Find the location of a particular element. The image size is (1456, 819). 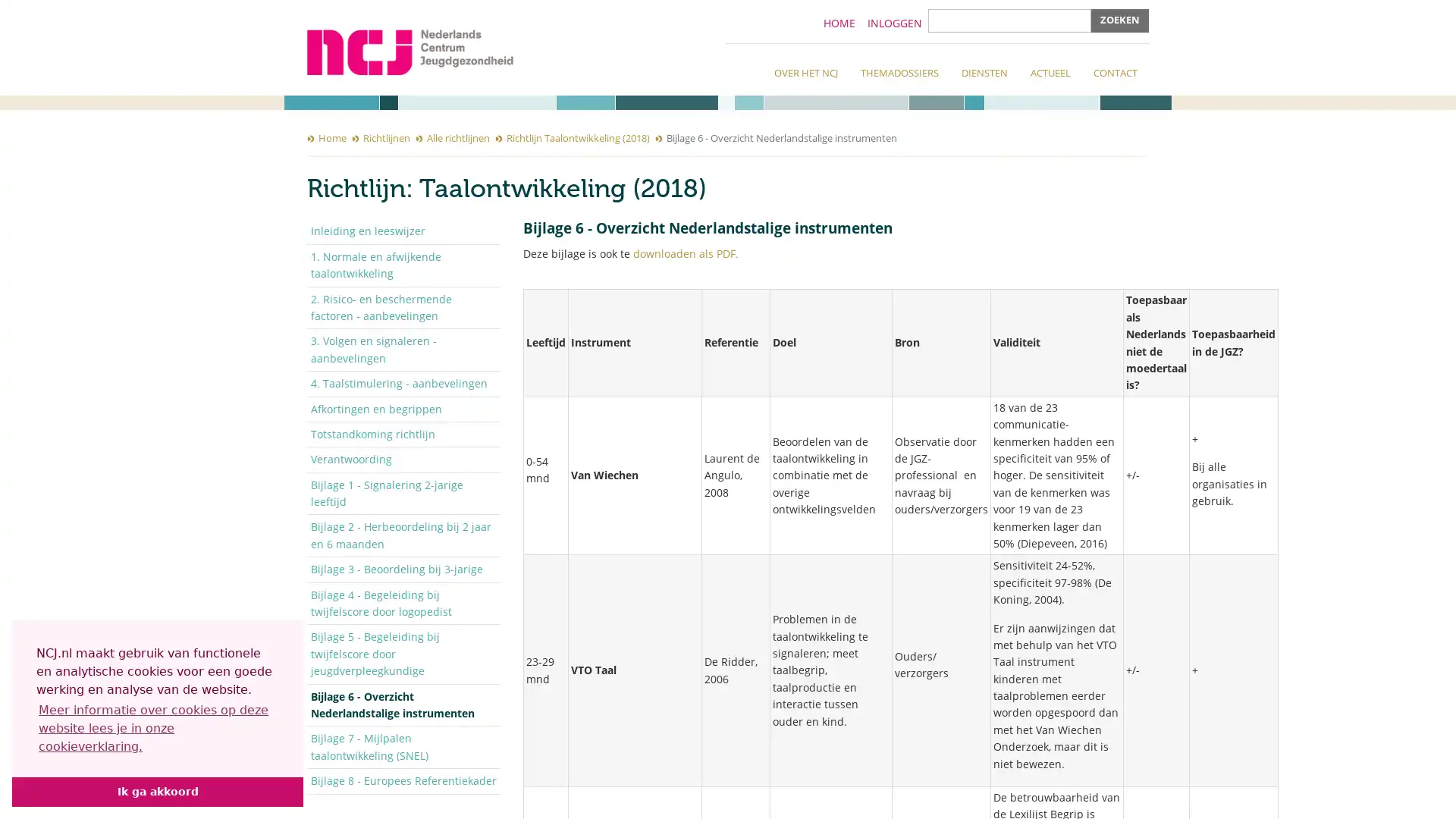

ZOEKEN is located at coordinates (1120, 20).